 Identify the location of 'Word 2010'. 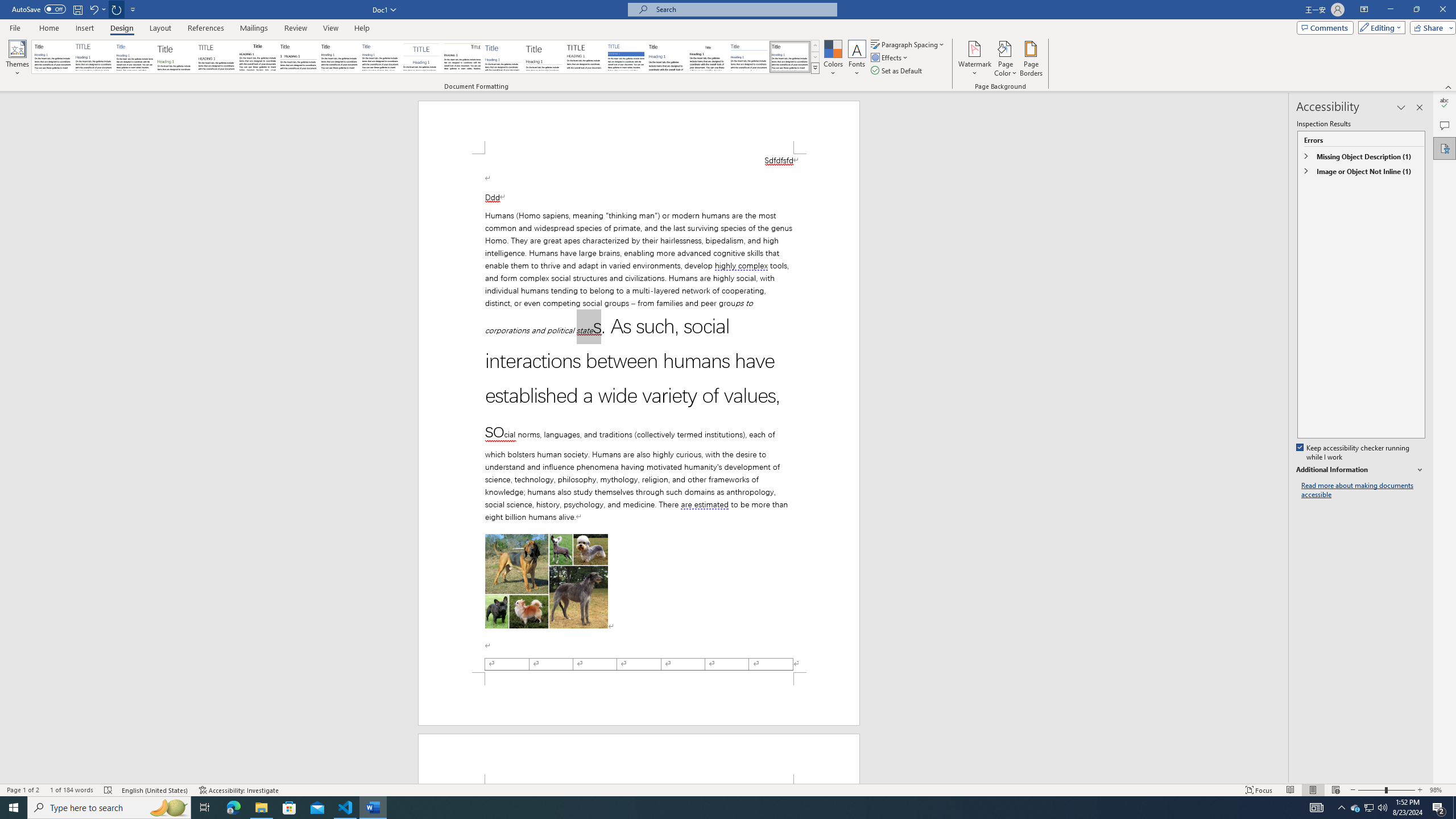
(748, 56).